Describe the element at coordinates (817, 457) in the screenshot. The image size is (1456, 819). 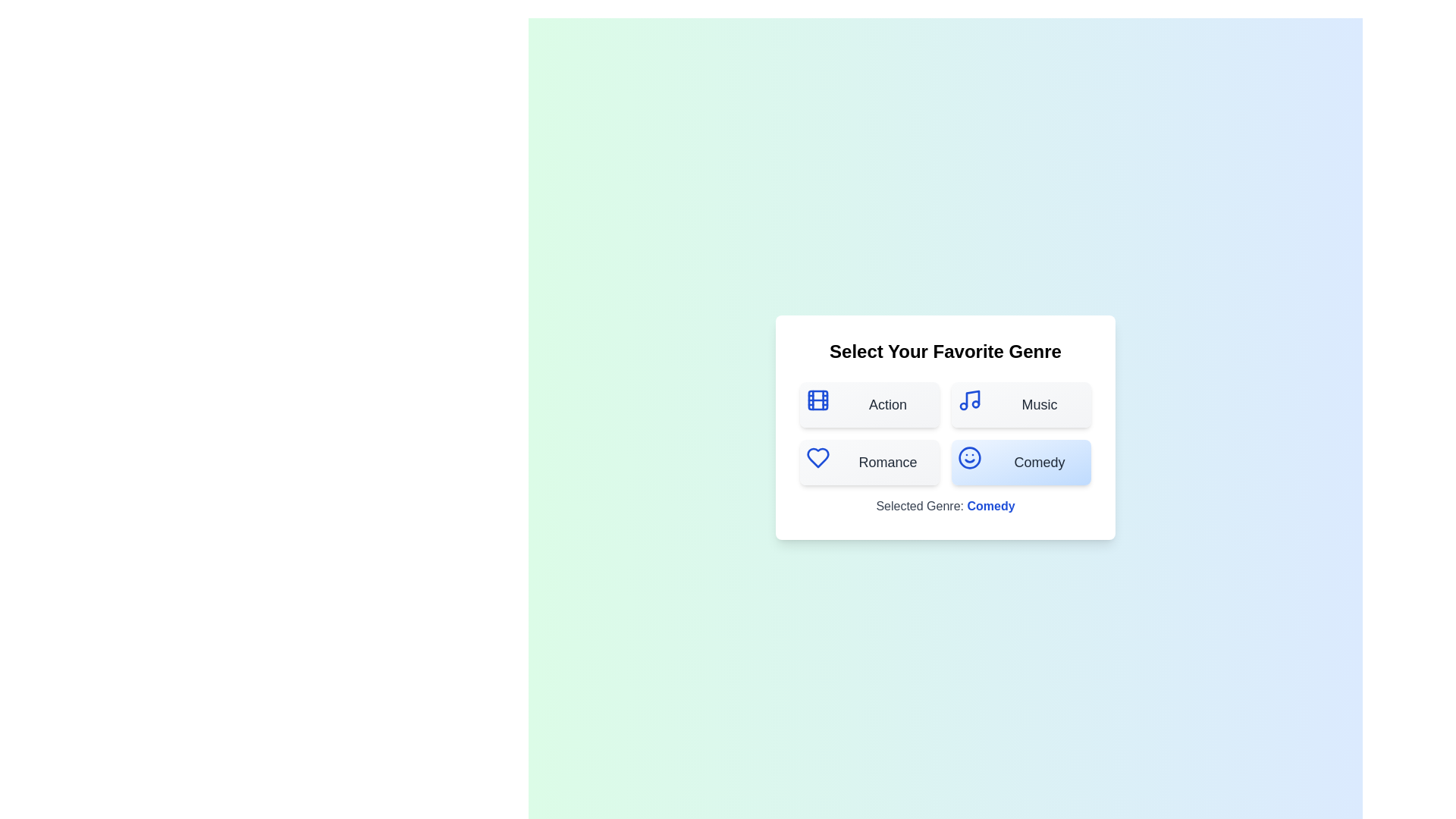
I see `the 'Romance' button which contains the icon representing the 'Romance' category, located at the top-left corner of the button` at that location.